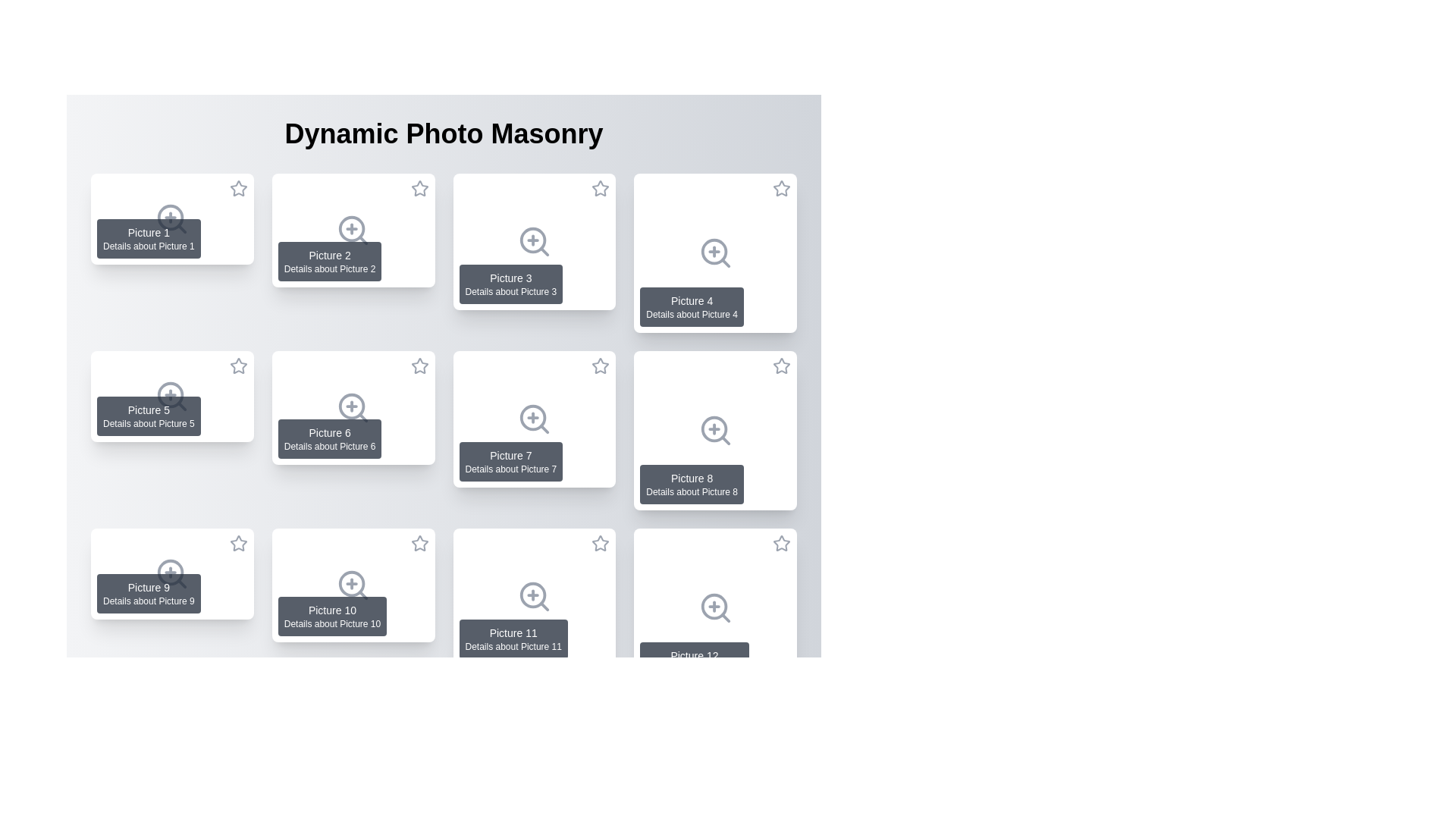  What do you see at coordinates (600, 187) in the screenshot?
I see `the star-shaped icon with a gray outline located in the top-right corner of 'Picture 3'` at bounding box center [600, 187].